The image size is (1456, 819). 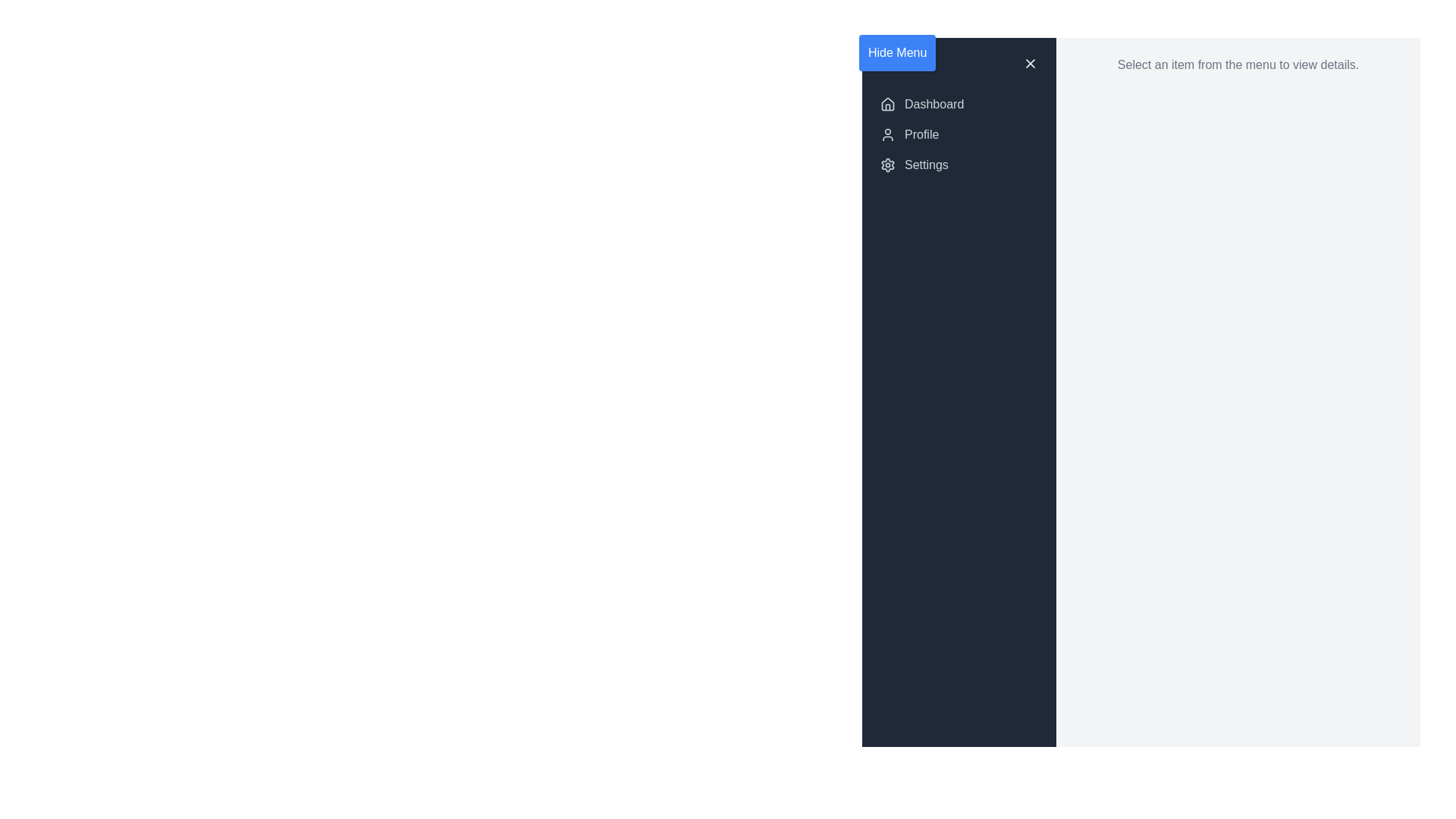 I want to click on the second item in the vertical menu that navigates to the Profile section, so click(x=959, y=133).